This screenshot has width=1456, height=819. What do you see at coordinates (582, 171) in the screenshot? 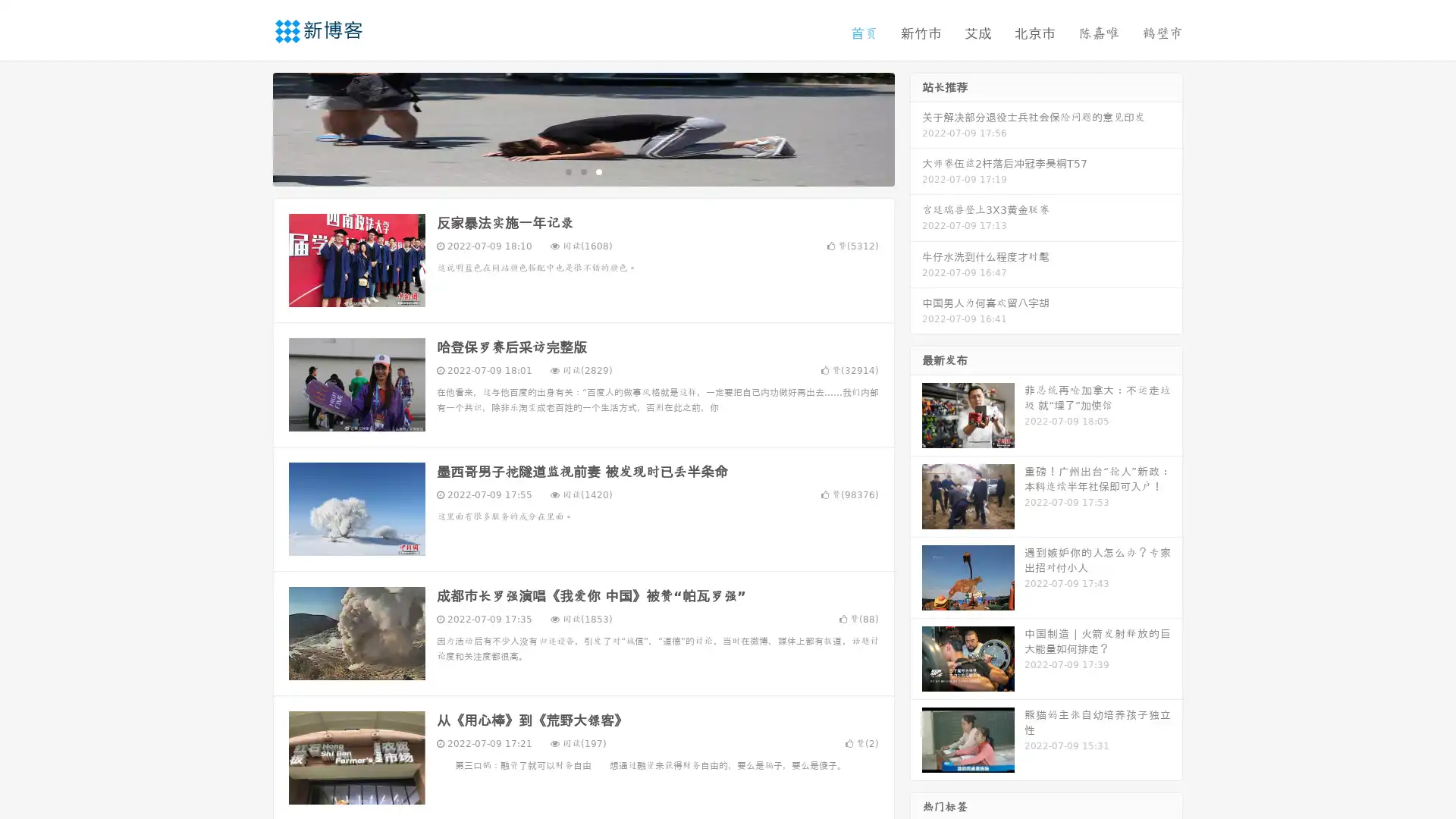
I see `Go to slide 2` at bounding box center [582, 171].